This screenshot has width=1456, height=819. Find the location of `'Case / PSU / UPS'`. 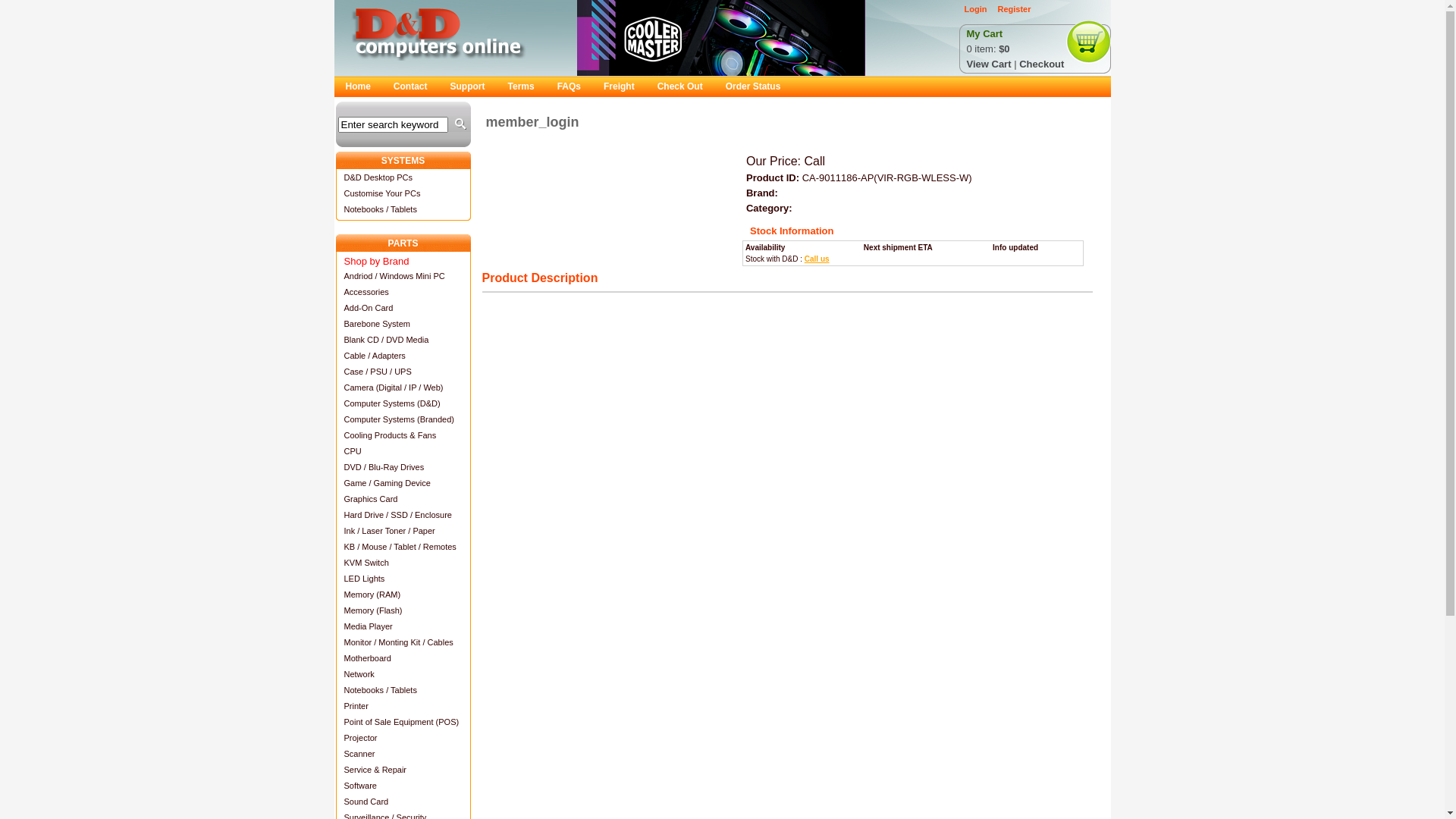

'Case / PSU / UPS' is located at coordinates (334, 371).